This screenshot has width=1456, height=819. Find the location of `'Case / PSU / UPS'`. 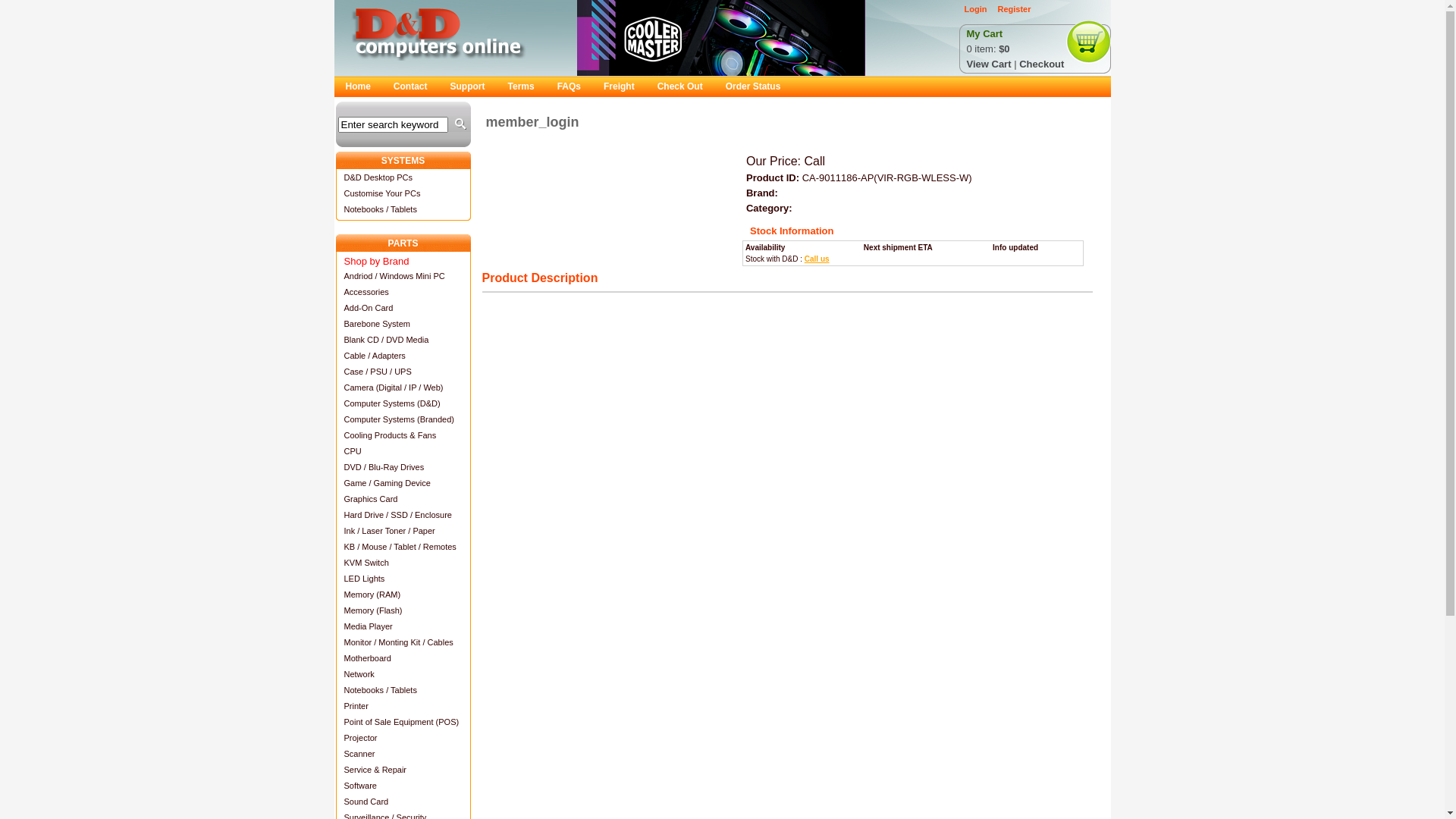

'Case / PSU / UPS' is located at coordinates (334, 371).